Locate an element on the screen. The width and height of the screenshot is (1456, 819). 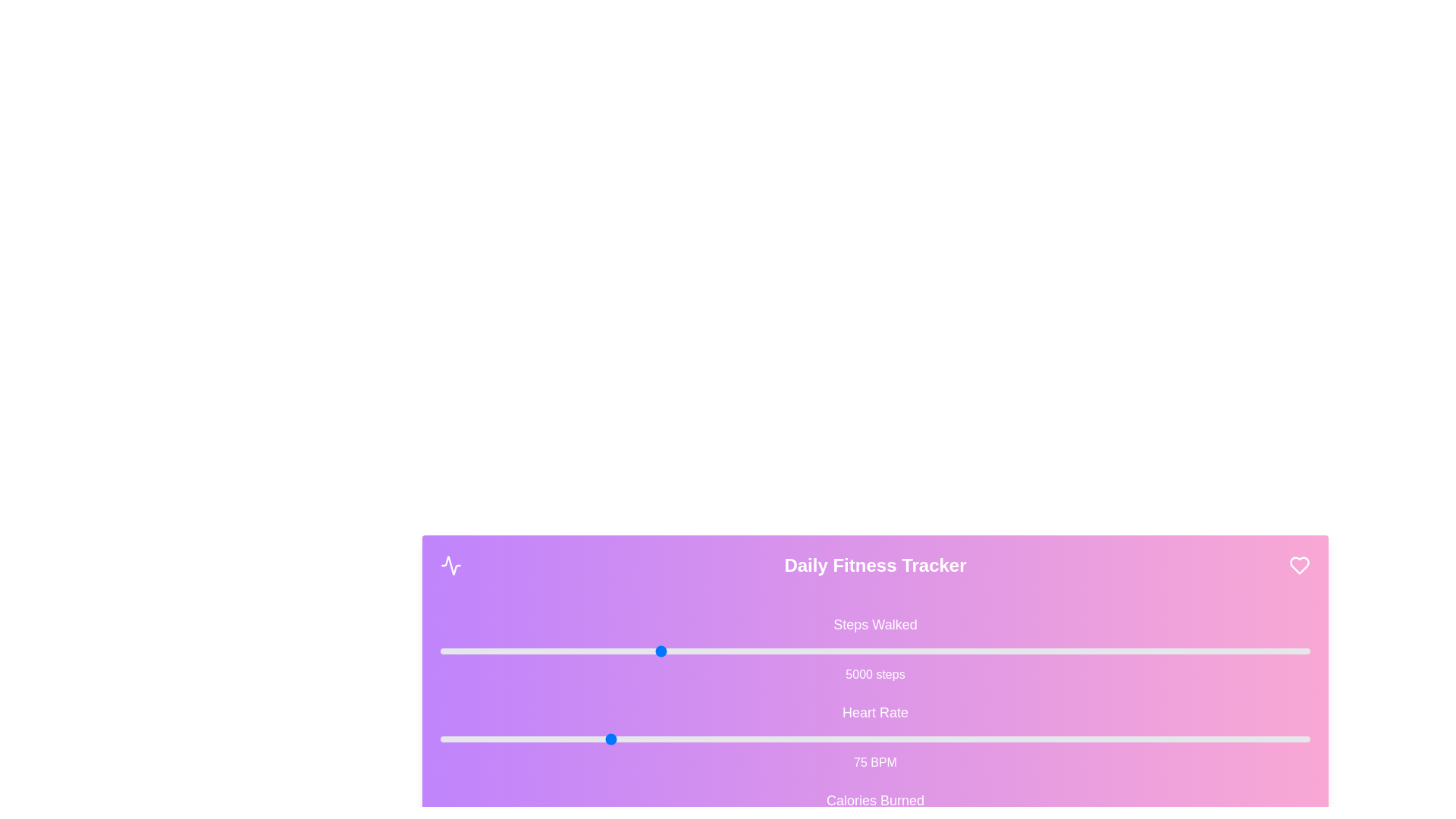
the 'Steps Walked' slider to set its value to 13615 is located at coordinates (1031, 651).